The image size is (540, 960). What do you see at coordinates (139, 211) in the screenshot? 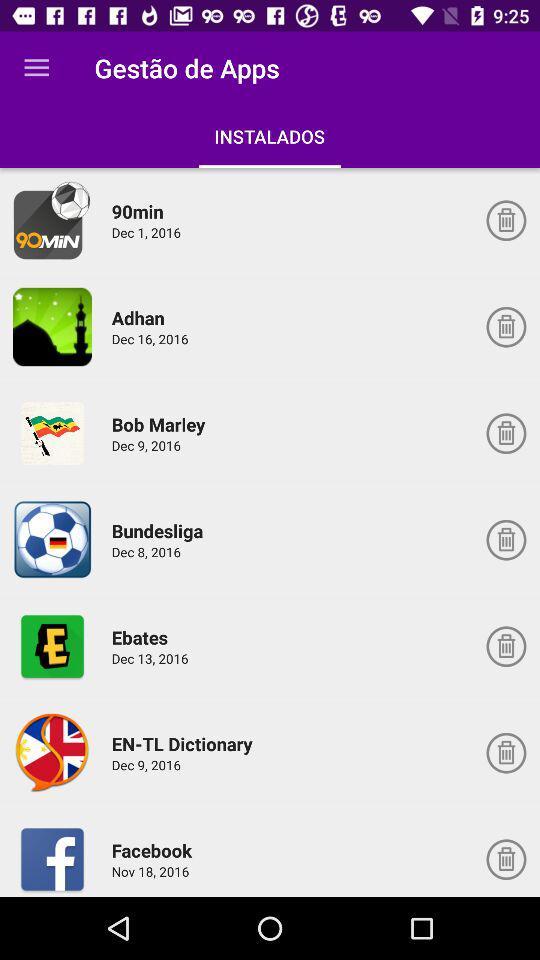
I see `the 90min item` at bounding box center [139, 211].